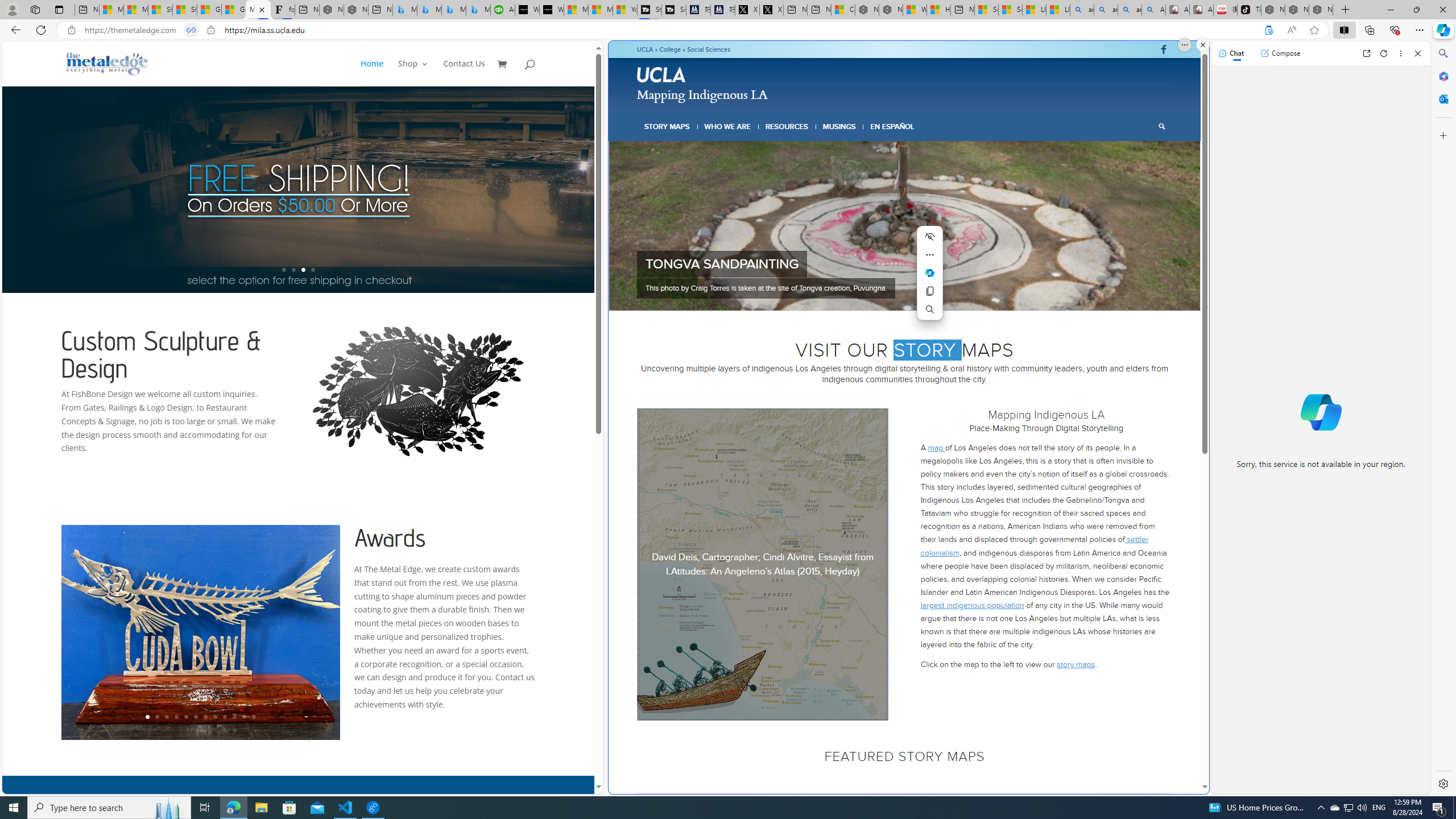 This screenshot has width=1456, height=819. What do you see at coordinates (190, 30) in the screenshot?
I see `'Tabs in split screen'` at bounding box center [190, 30].